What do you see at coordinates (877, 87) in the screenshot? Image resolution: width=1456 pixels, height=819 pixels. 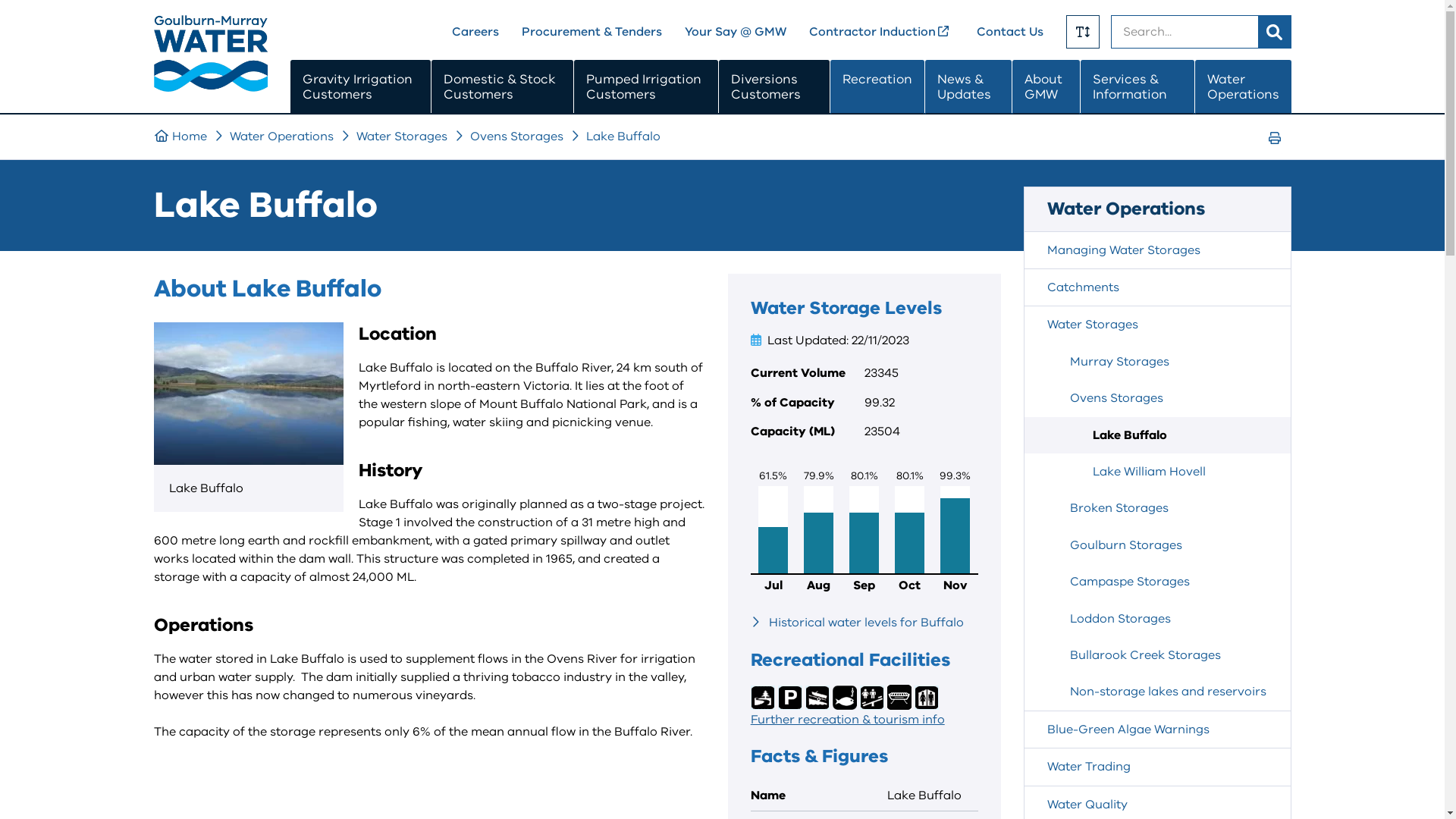 I see `'Recreation'` at bounding box center [877, 87].